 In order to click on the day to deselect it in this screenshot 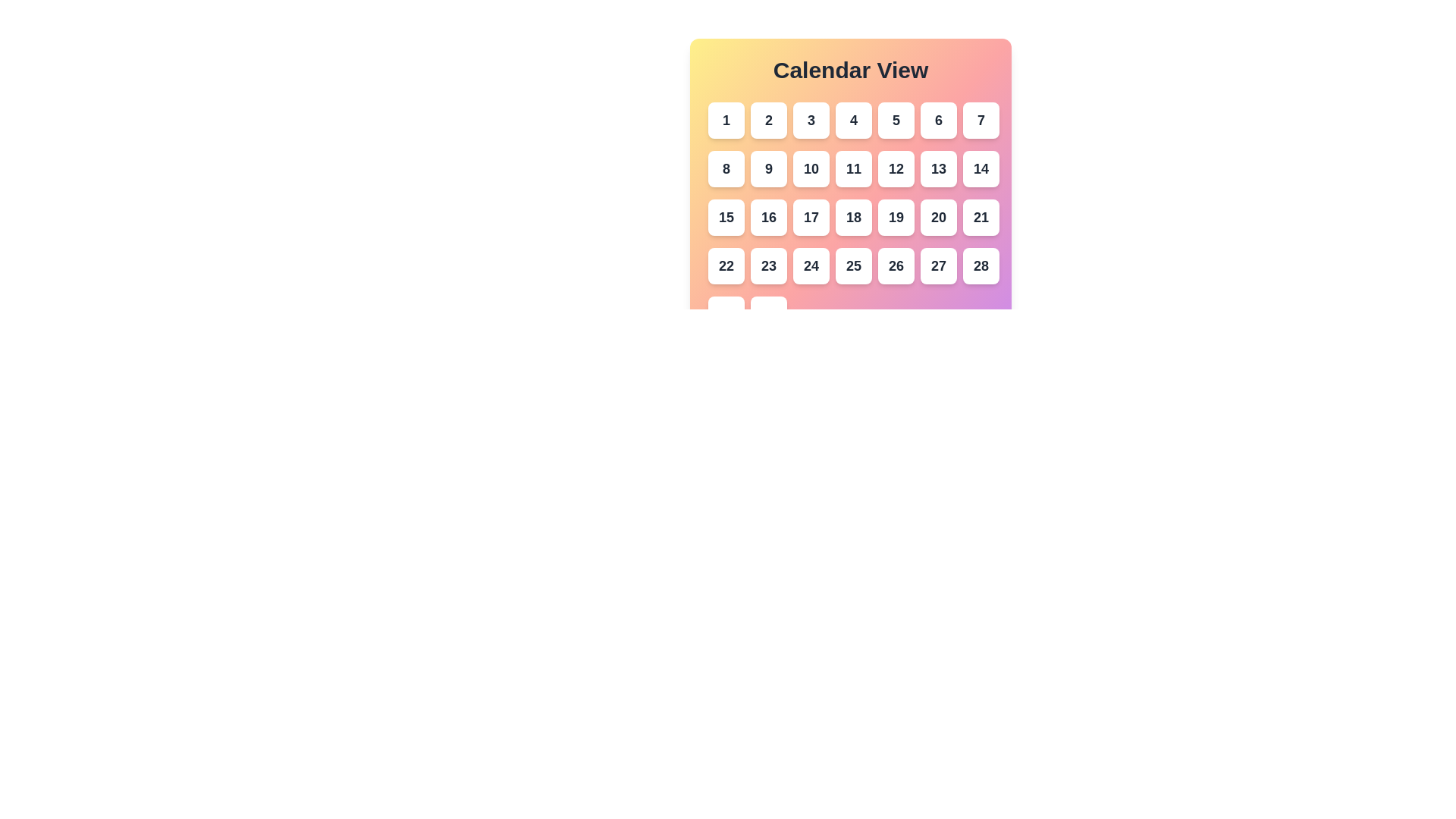, I will do `click(726, 217)`.